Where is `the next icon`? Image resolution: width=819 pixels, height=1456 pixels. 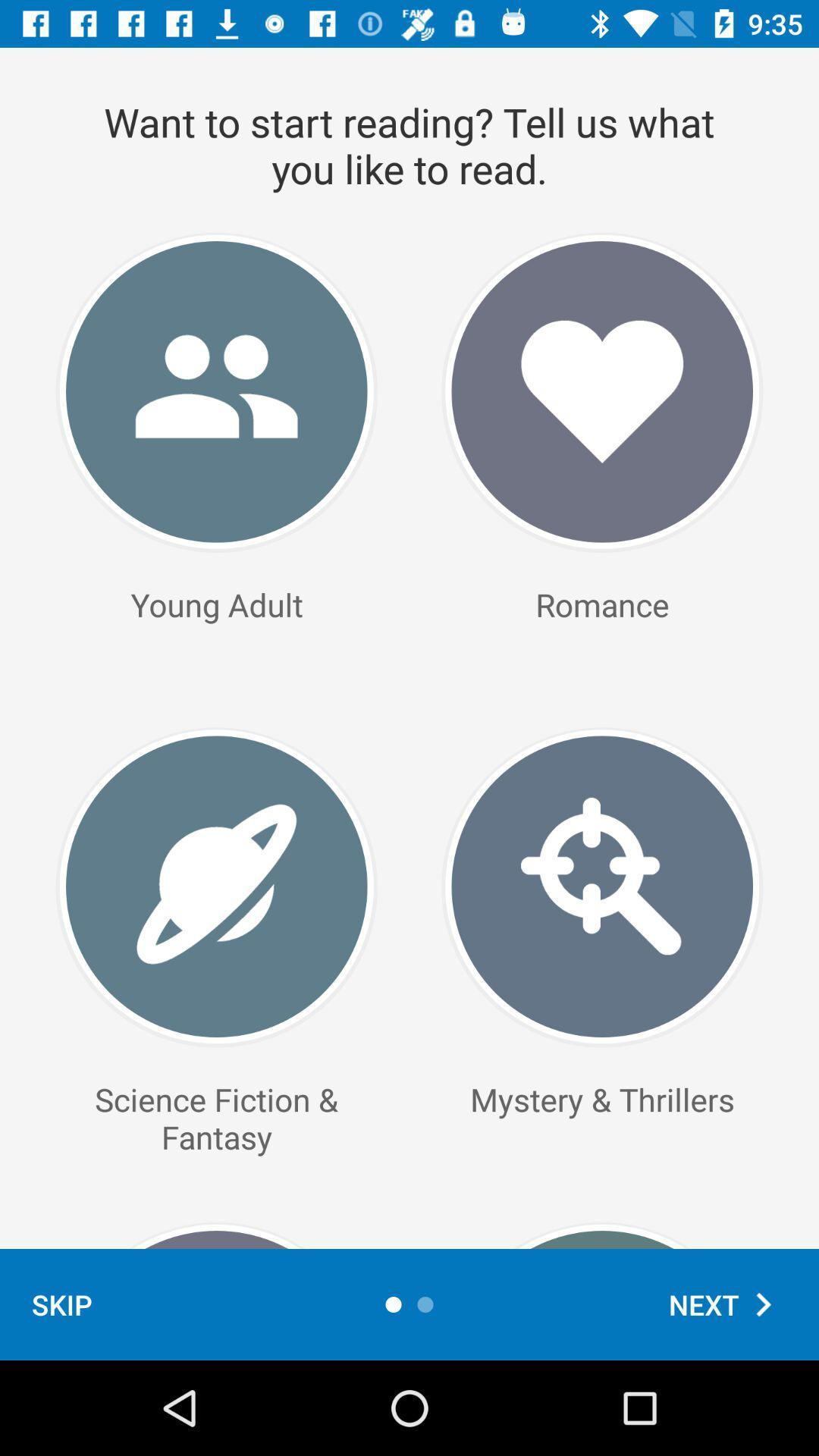 the next icon is located at coordinates (727, 1304).